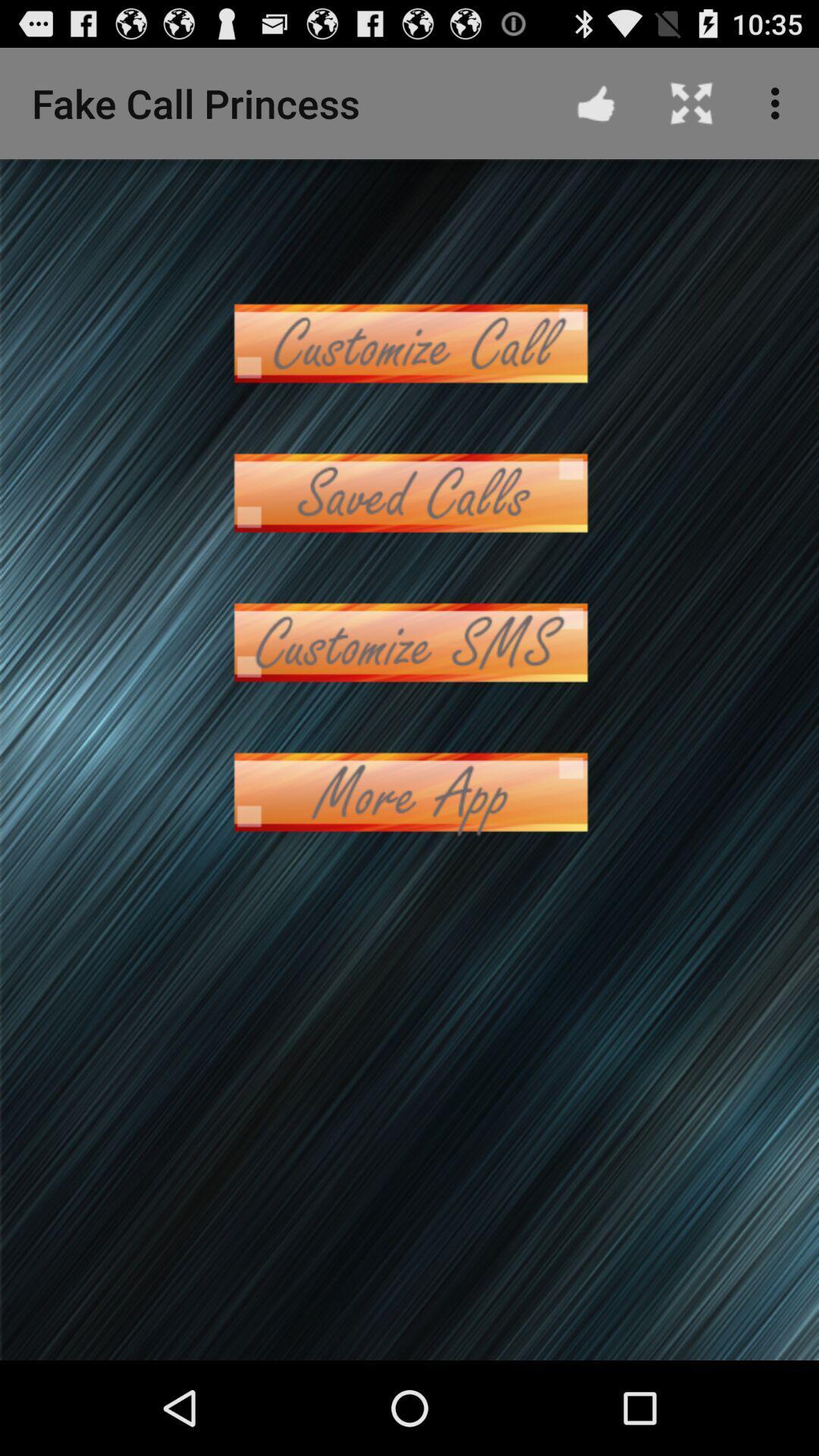  What do you see at coordinates (409, 791) in the screenshot?
I see `open the more application` at bounding box center [409, 791].